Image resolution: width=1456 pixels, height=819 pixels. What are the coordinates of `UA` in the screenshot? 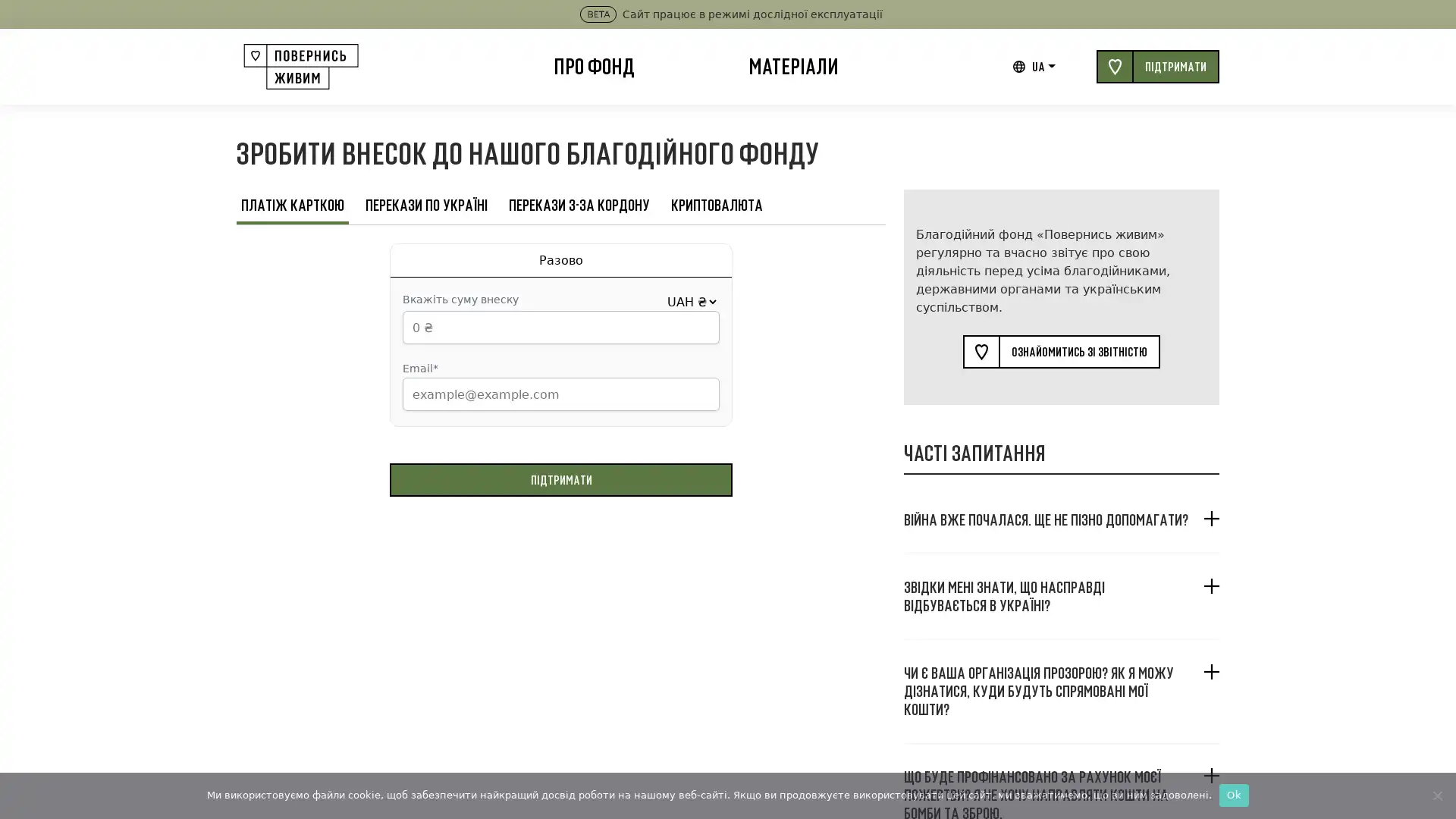 It's located at (1043, 66).